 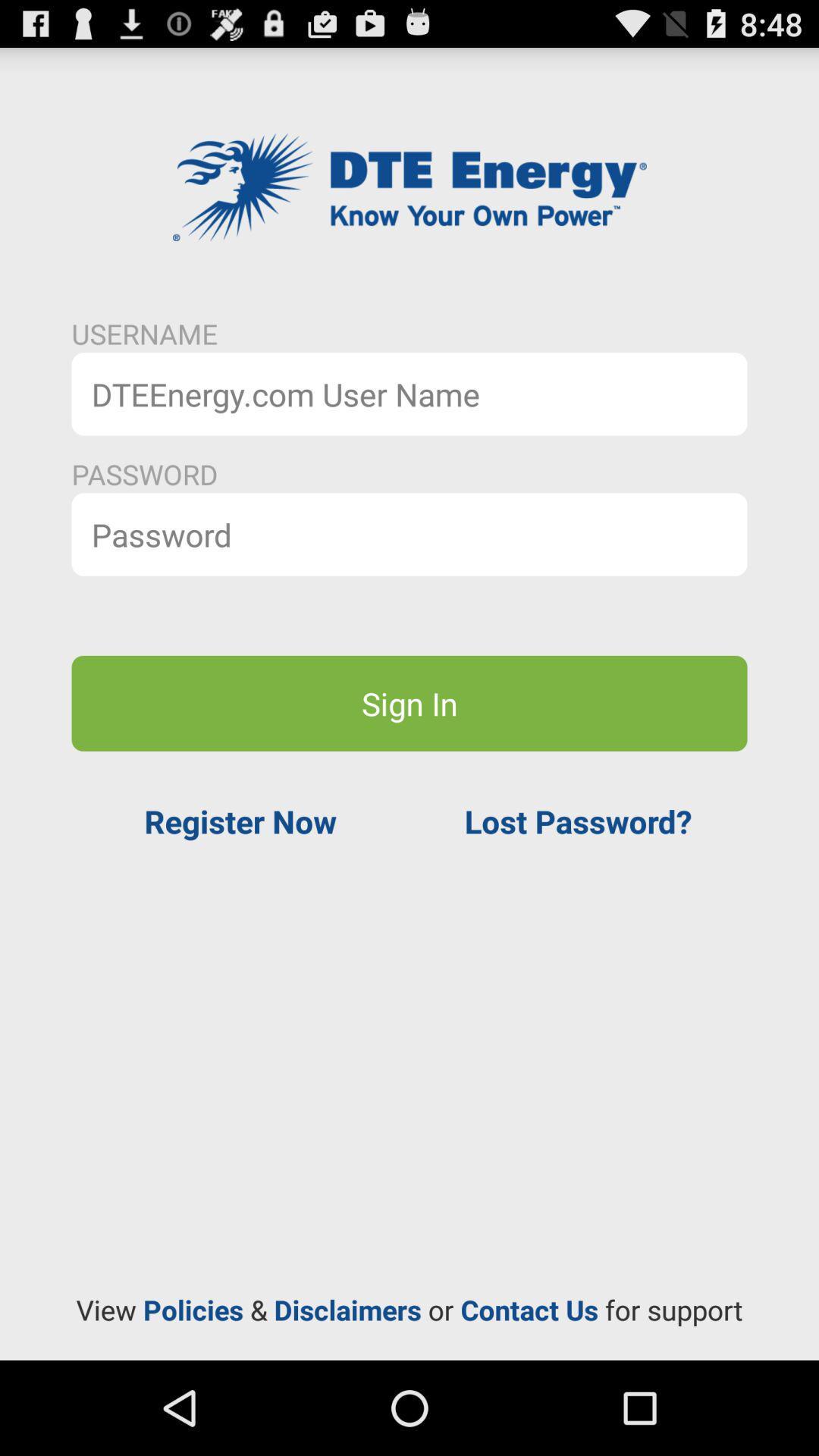 I want to click on sign in button, so click(x=409, y=702).